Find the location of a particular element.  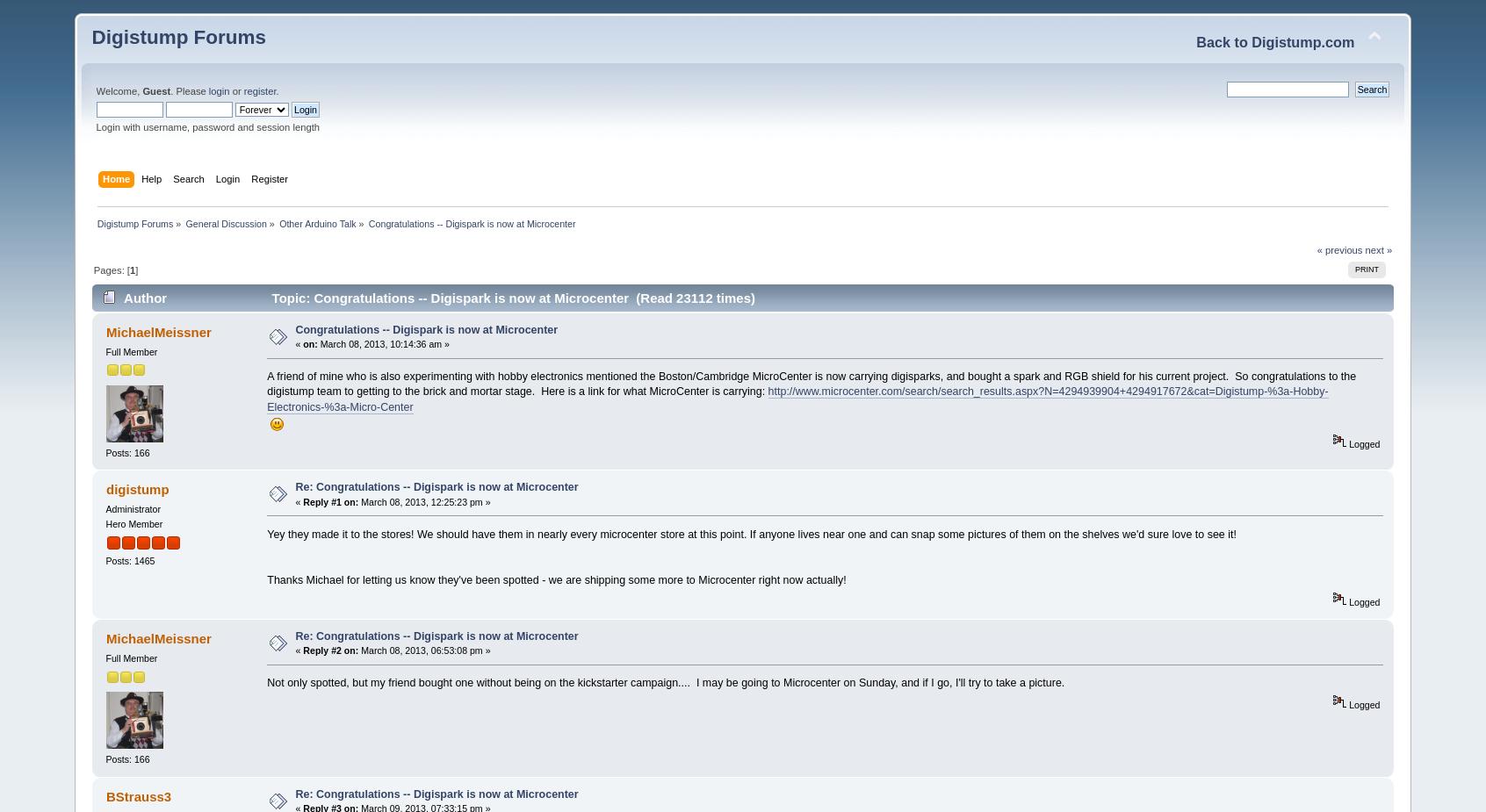

'Pages: [' is located at coordinates (112, 269).